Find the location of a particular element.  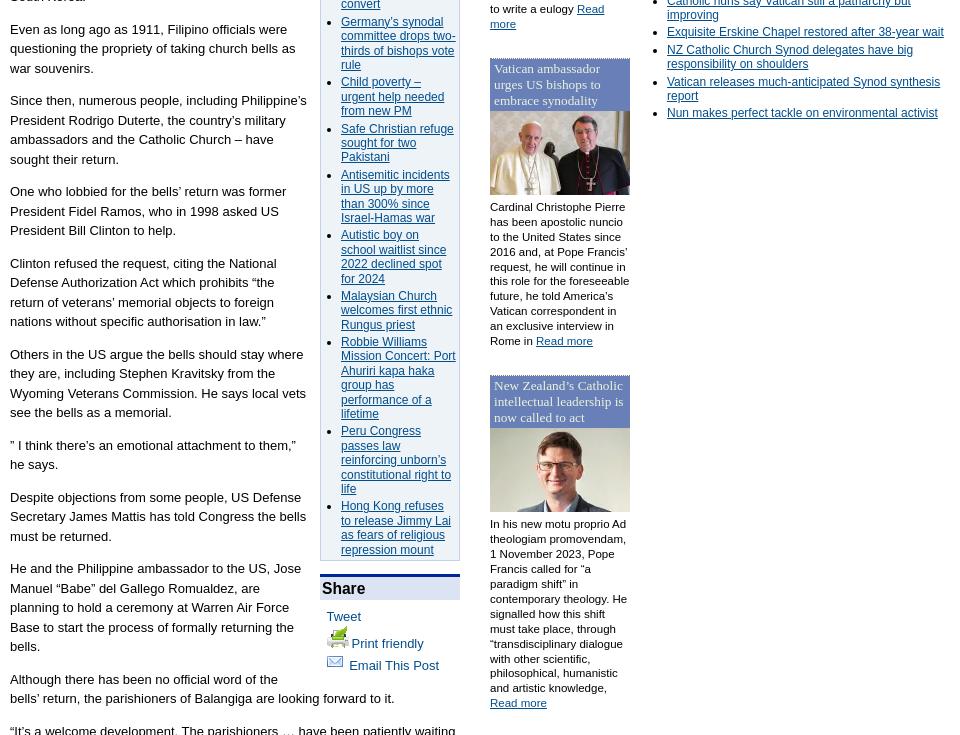

'Despite objections from some people, US Defense Secretary James Mattis has told Congress the bells must be returned.' is located at coordinates (157, 515).